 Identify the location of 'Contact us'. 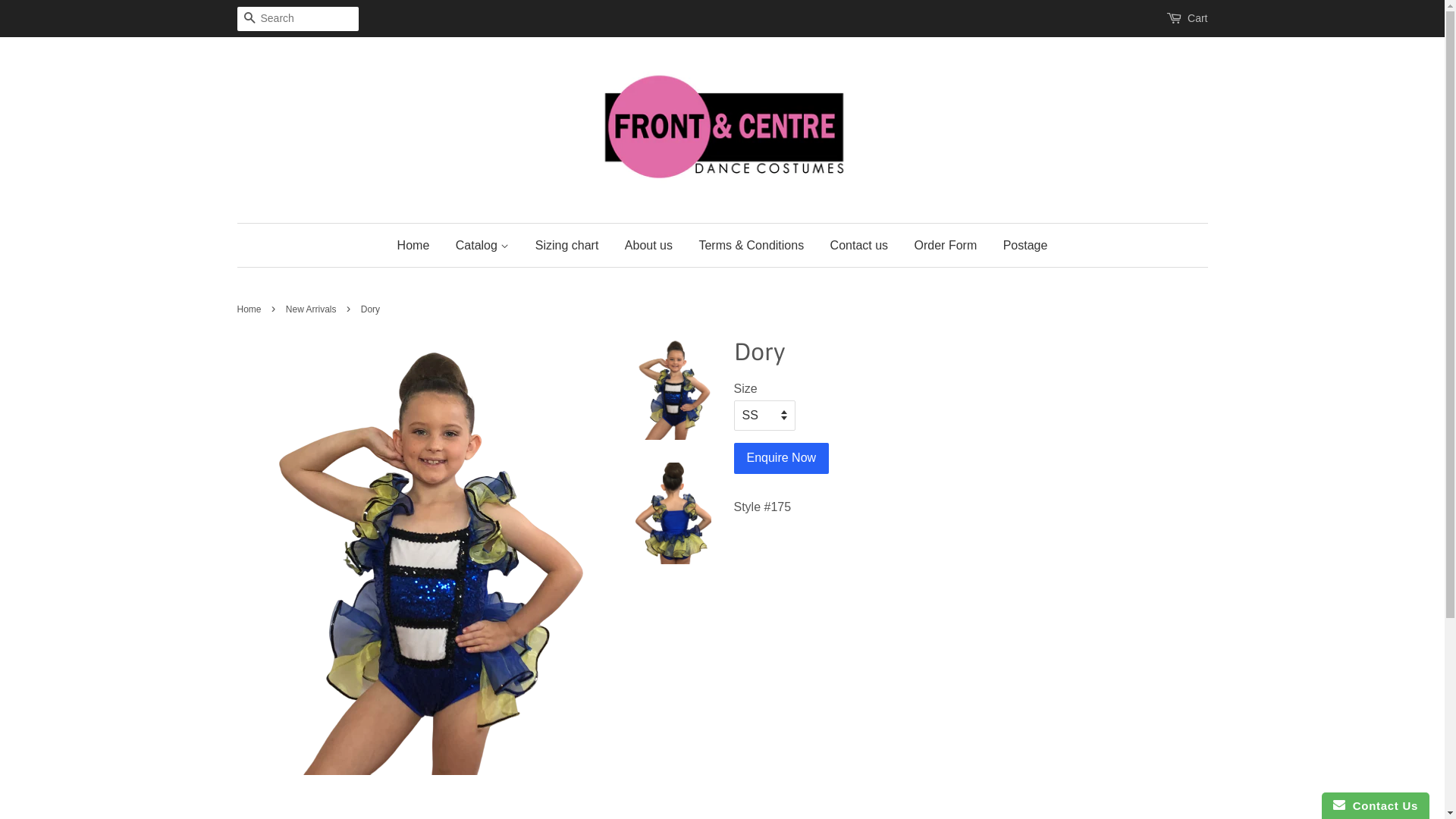
(858, 244).